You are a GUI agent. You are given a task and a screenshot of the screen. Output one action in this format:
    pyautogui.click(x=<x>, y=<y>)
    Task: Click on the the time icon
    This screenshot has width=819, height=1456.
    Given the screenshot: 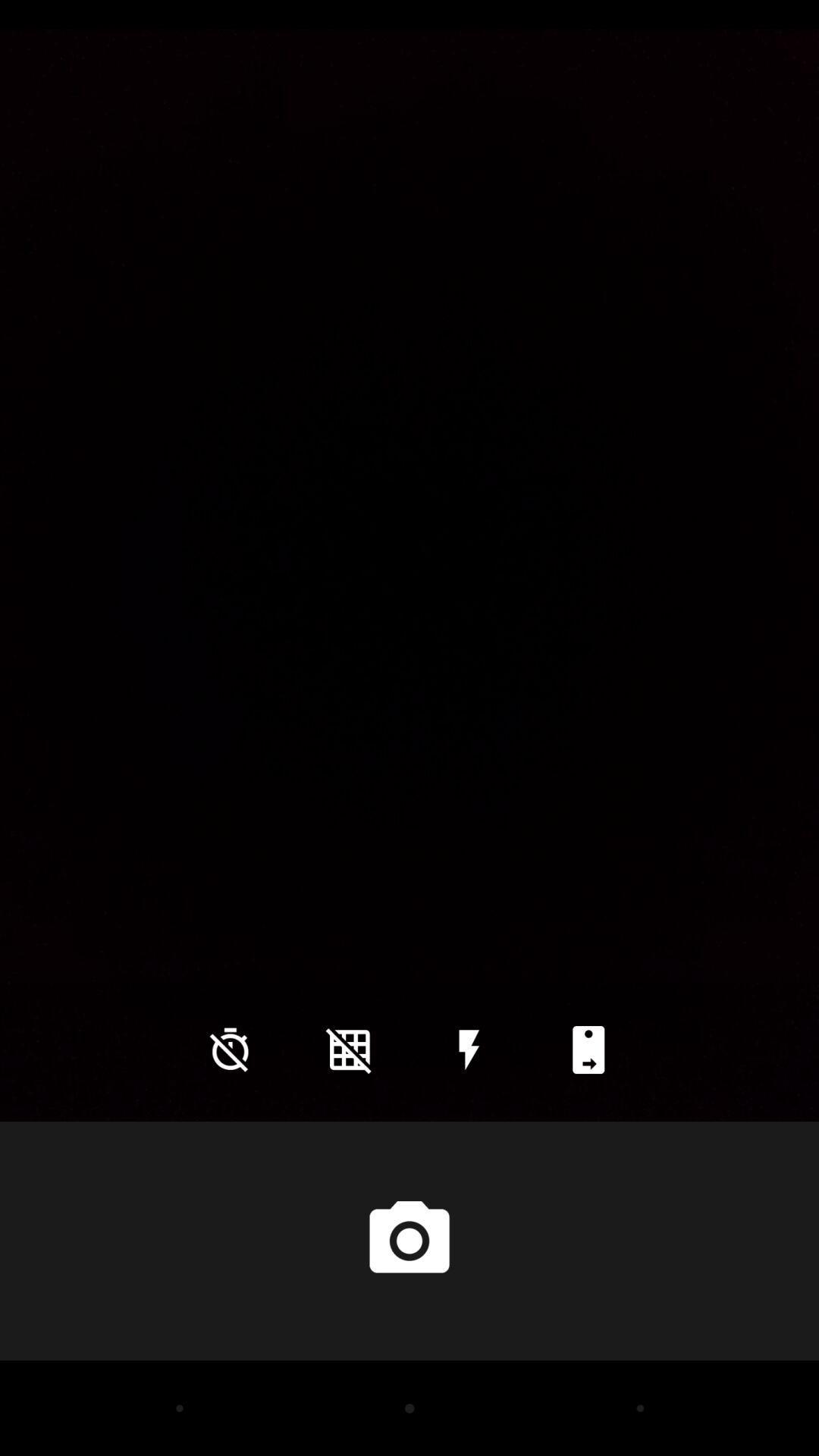 What is the action you would take?
    pyautogui.click(x=230, y=1049)
    